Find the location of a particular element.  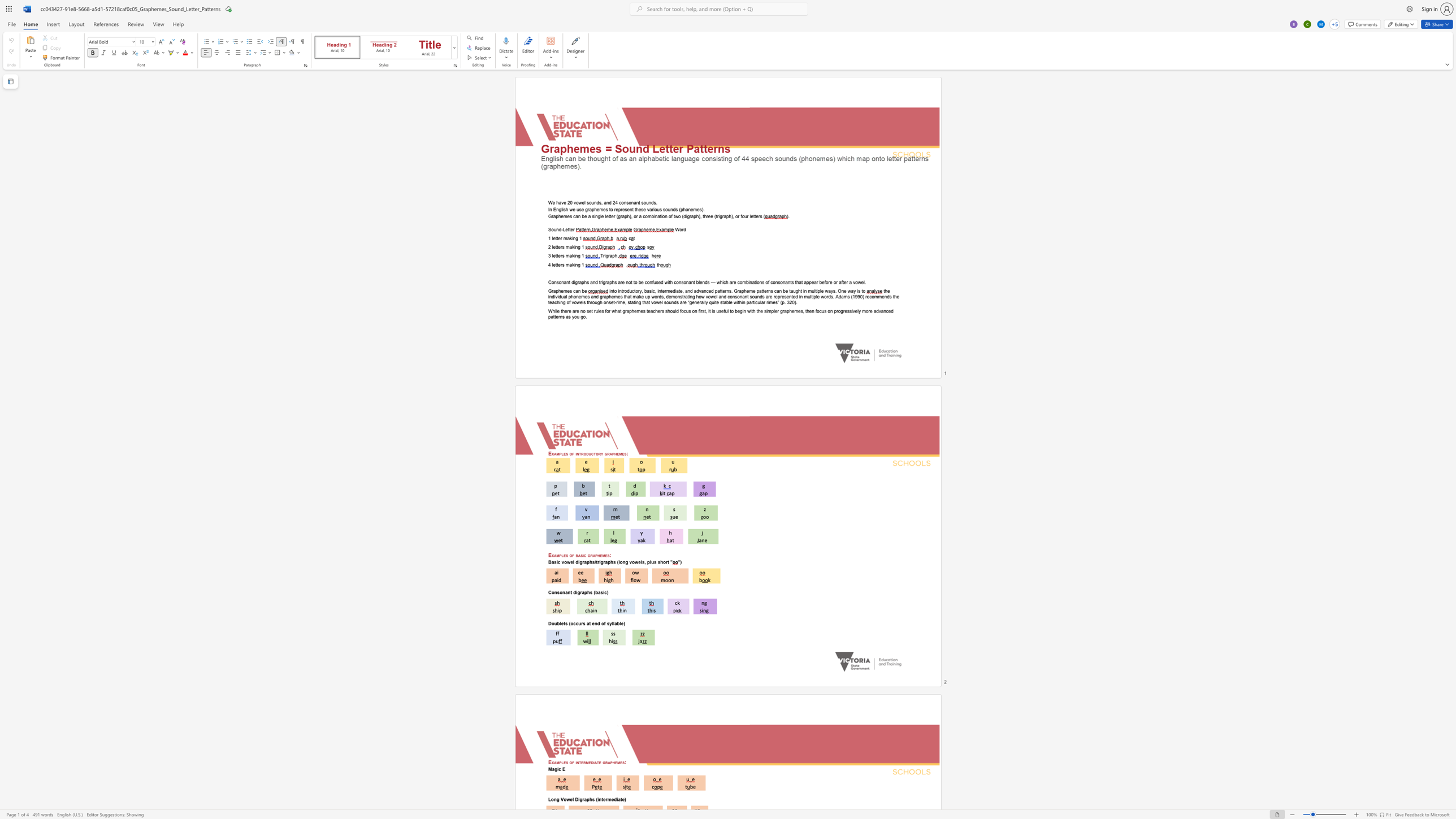

the 1th character "w" in the text is located at coordinates (567, 799).